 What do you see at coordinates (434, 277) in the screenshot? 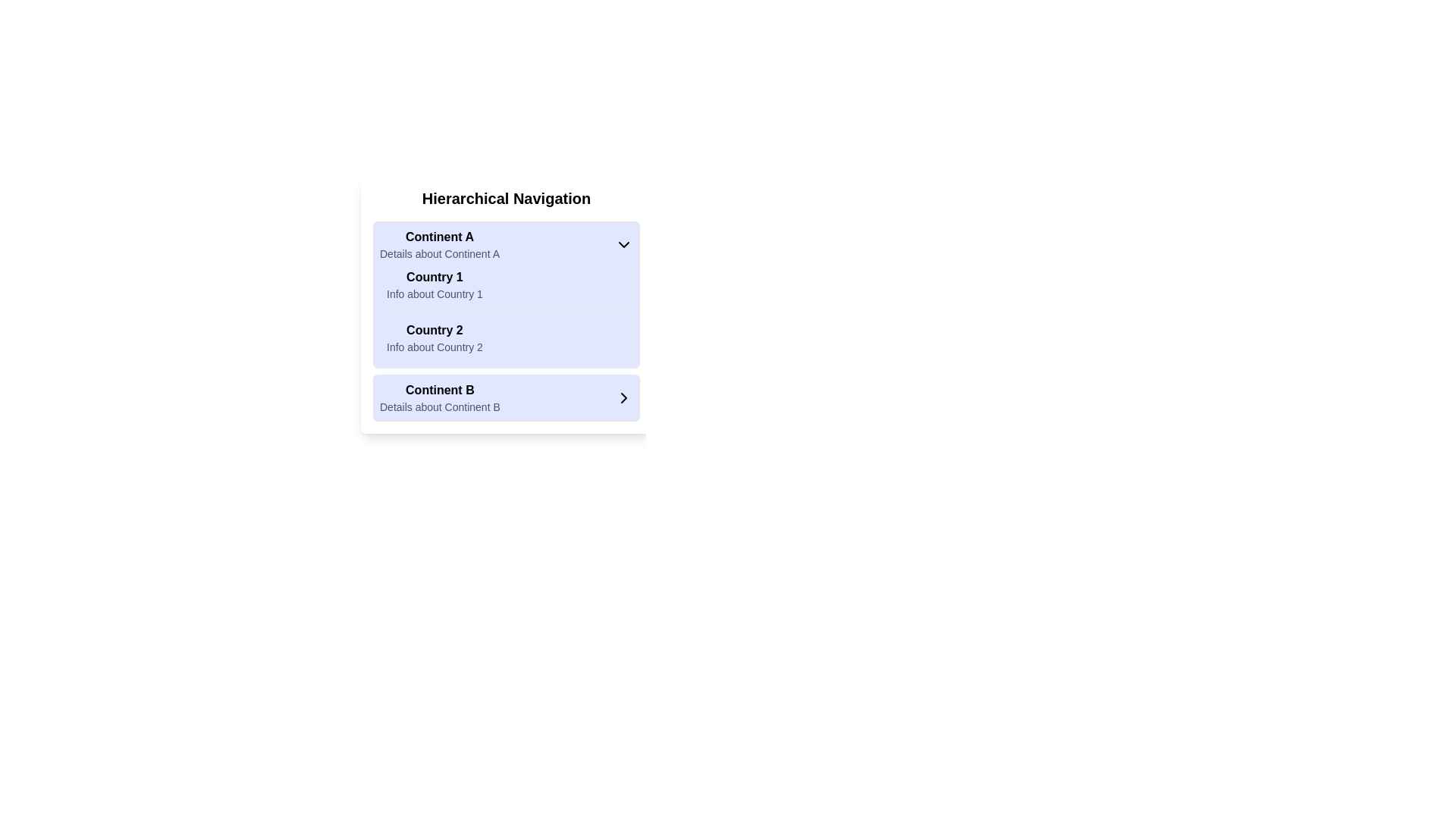
I see `the Text label representing a country name in the navigation panel, located under 'Continent A' and above 'Info about Country 1'` at bounding box center [434, 277].